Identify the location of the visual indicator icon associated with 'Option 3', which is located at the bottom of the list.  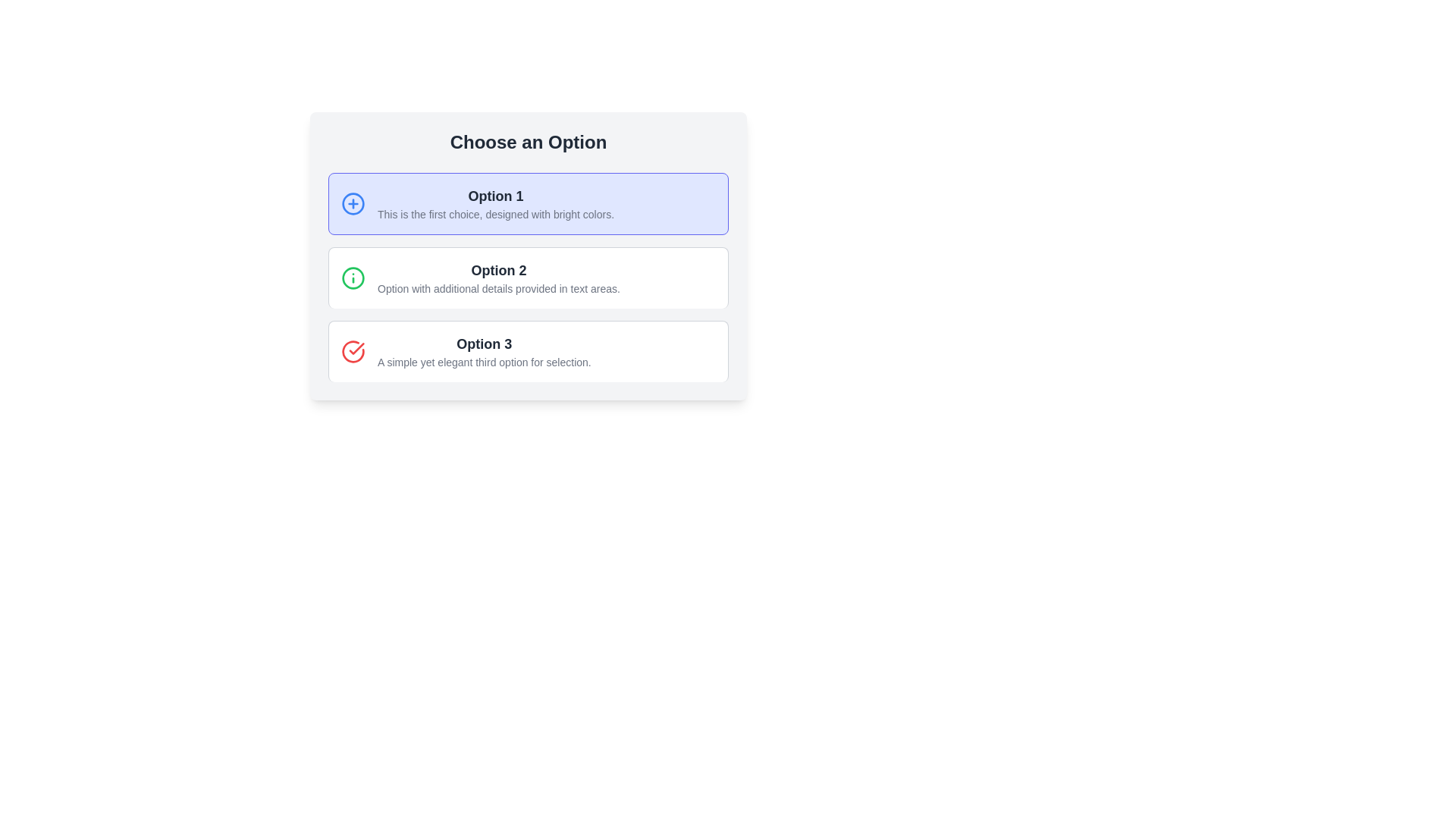
(352, 351).